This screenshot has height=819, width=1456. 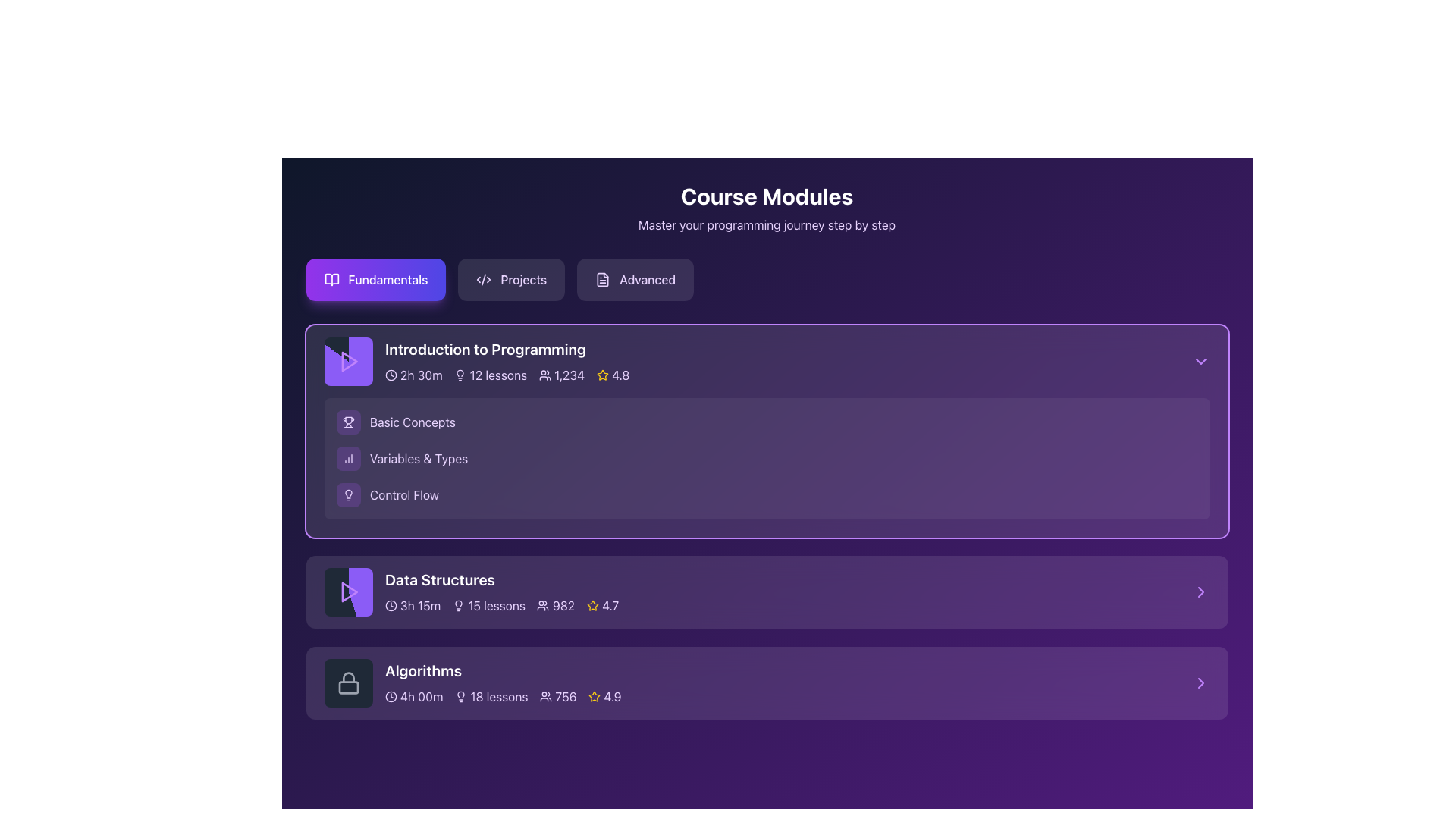 I want to click on the informational label that indicates the duration of the course module, which is positioned first among horizontally-aligned items in the 'Introduction to Programming' card, so click(x=413, y=375).